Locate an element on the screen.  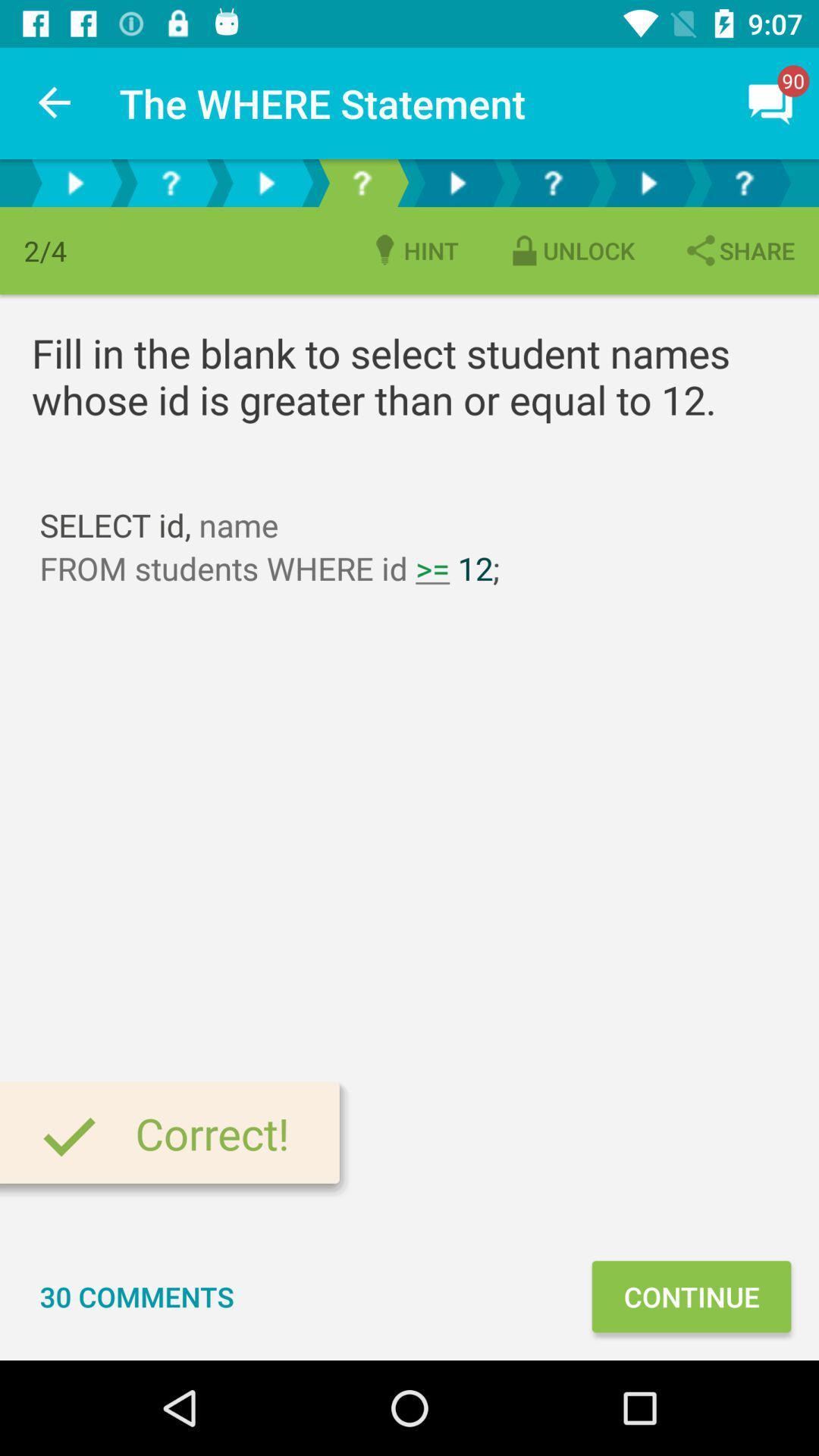
the text between id 12 is located at coordinates (432, 567).